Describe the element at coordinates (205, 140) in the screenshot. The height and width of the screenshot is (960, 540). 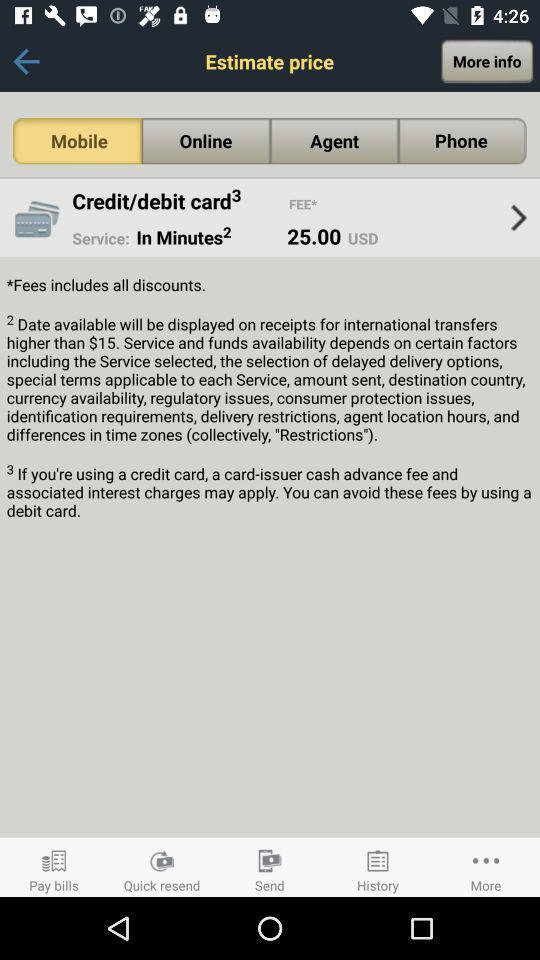
I see `the online option` at that location.